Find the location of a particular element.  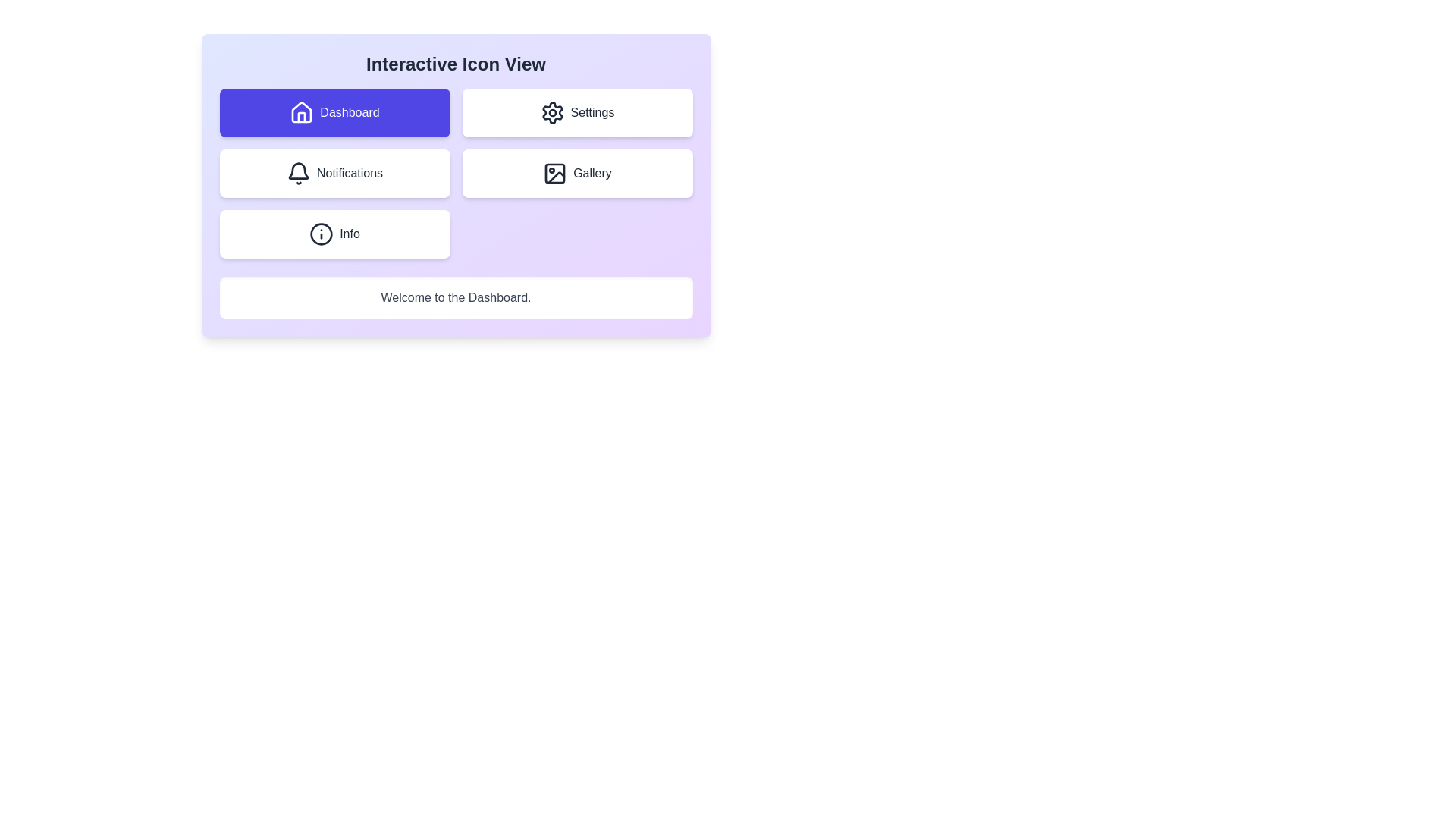

the decorative icon representing the 'Dashboard' feature located within the top-left button labeled 'Dashboard' is located at coordinates (302, 111).